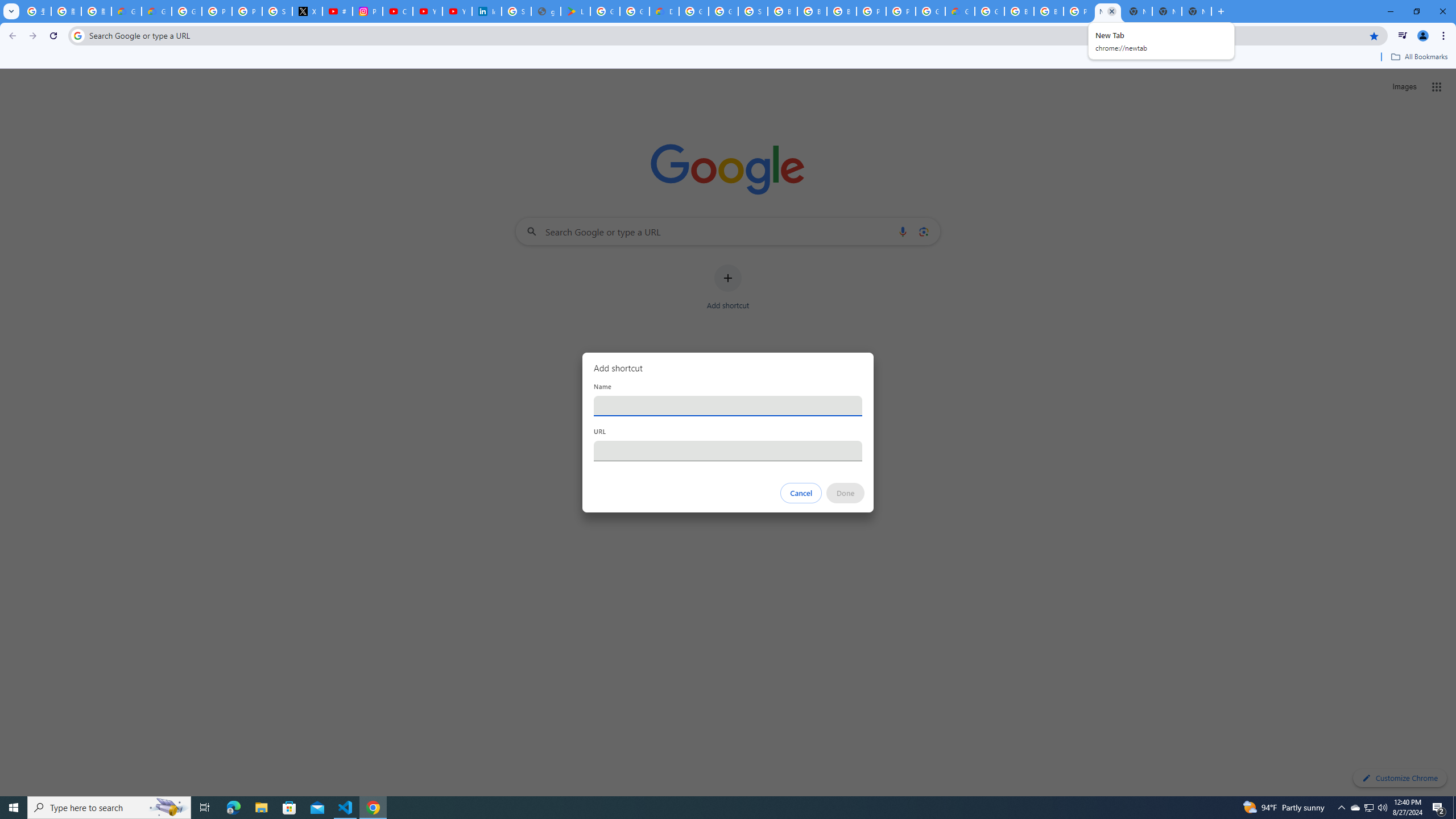 The height and width of the screenshot is (819, 1456). I want to click on 'Control your music, videos, and more', so click(1403, 35).